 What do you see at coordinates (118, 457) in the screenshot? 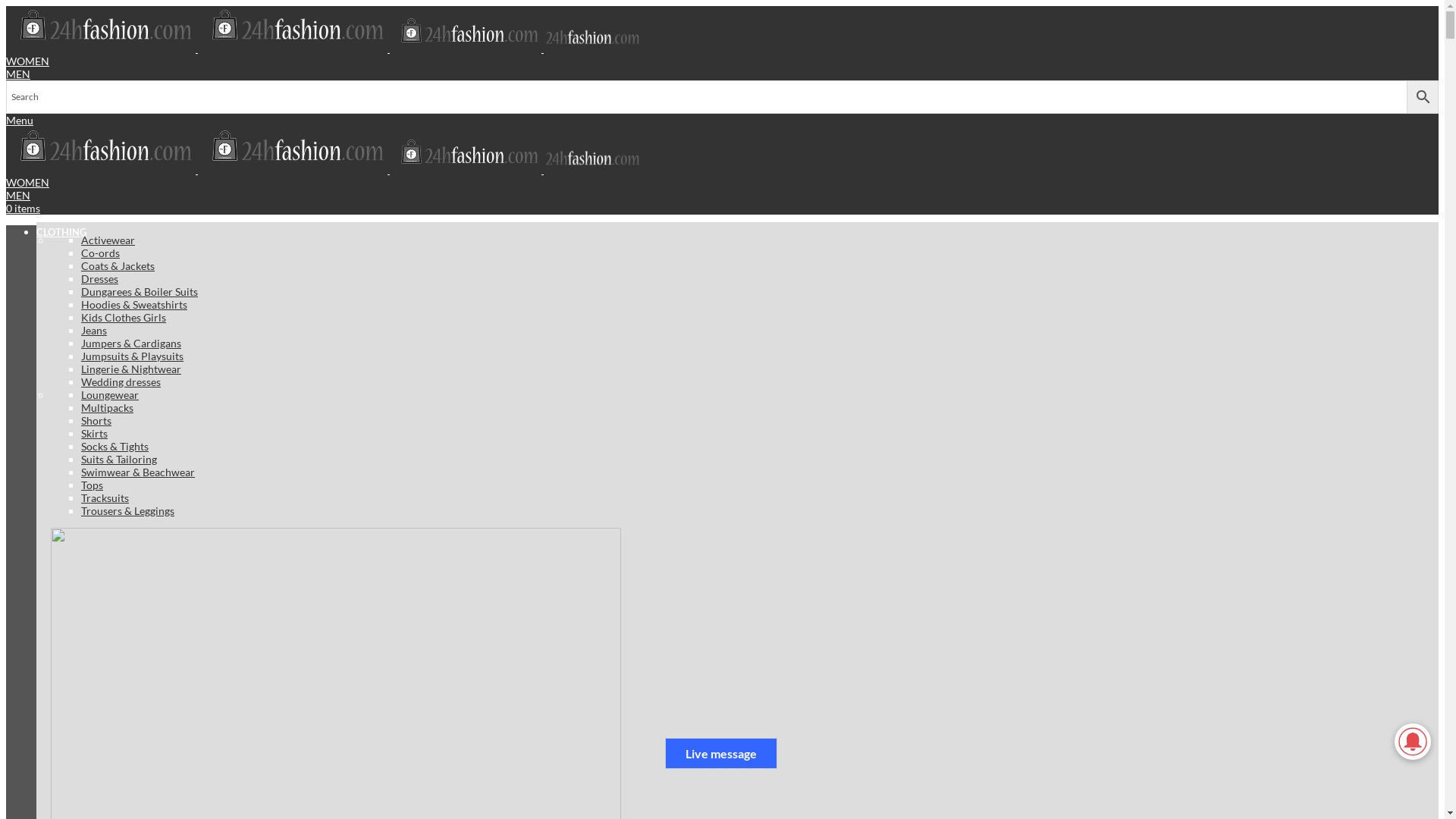
I see `'Suits & Tailoring'` at bounding box center [118, 457].